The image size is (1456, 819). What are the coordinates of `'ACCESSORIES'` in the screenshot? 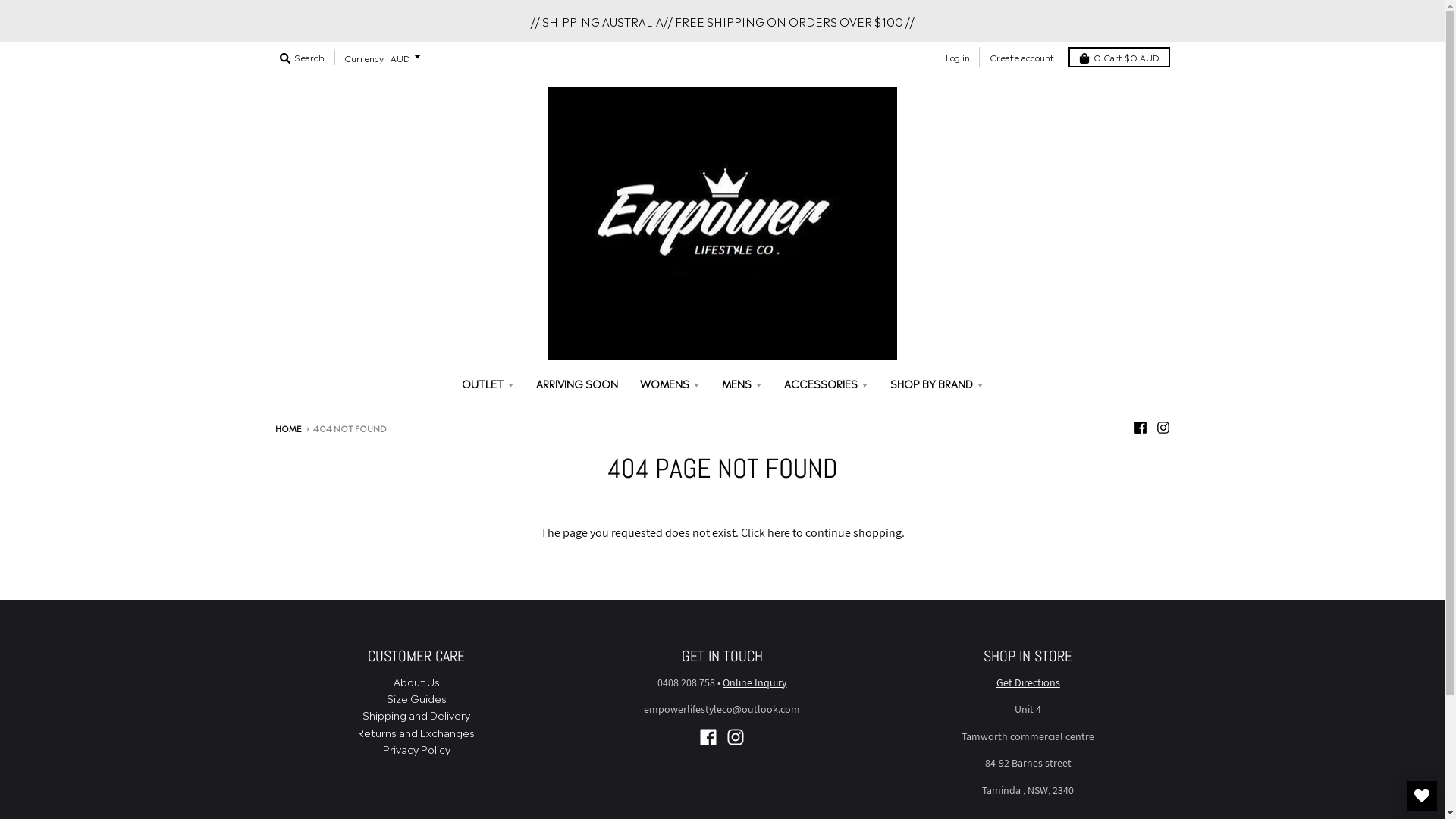 It's located at (773, 382).